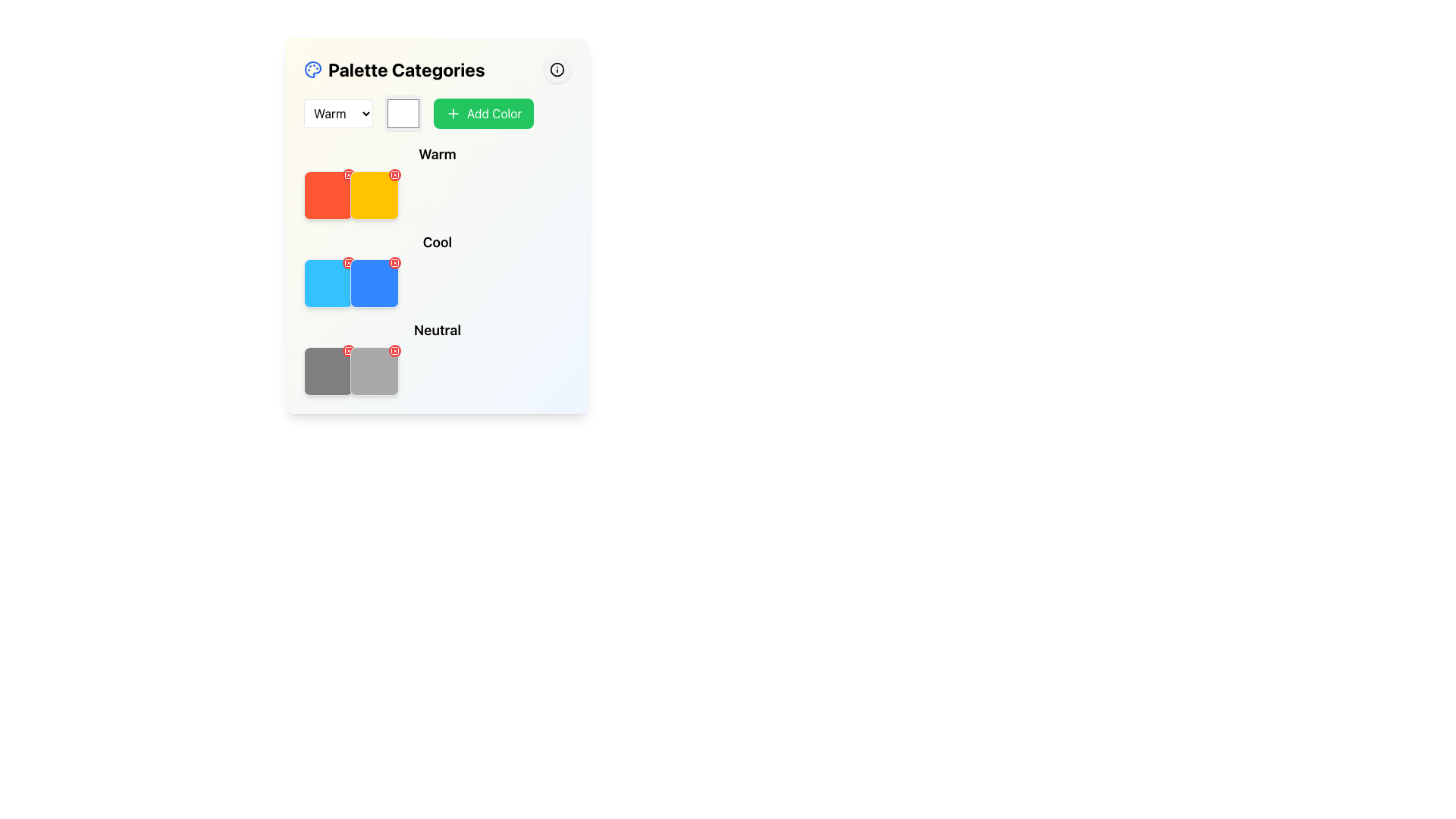 The width and height of the screenshot is (1456, 819). I want to click on the first selectable color swatch in the 'Neutral' row of the 'Palette Categories' section, so click(327, 371).